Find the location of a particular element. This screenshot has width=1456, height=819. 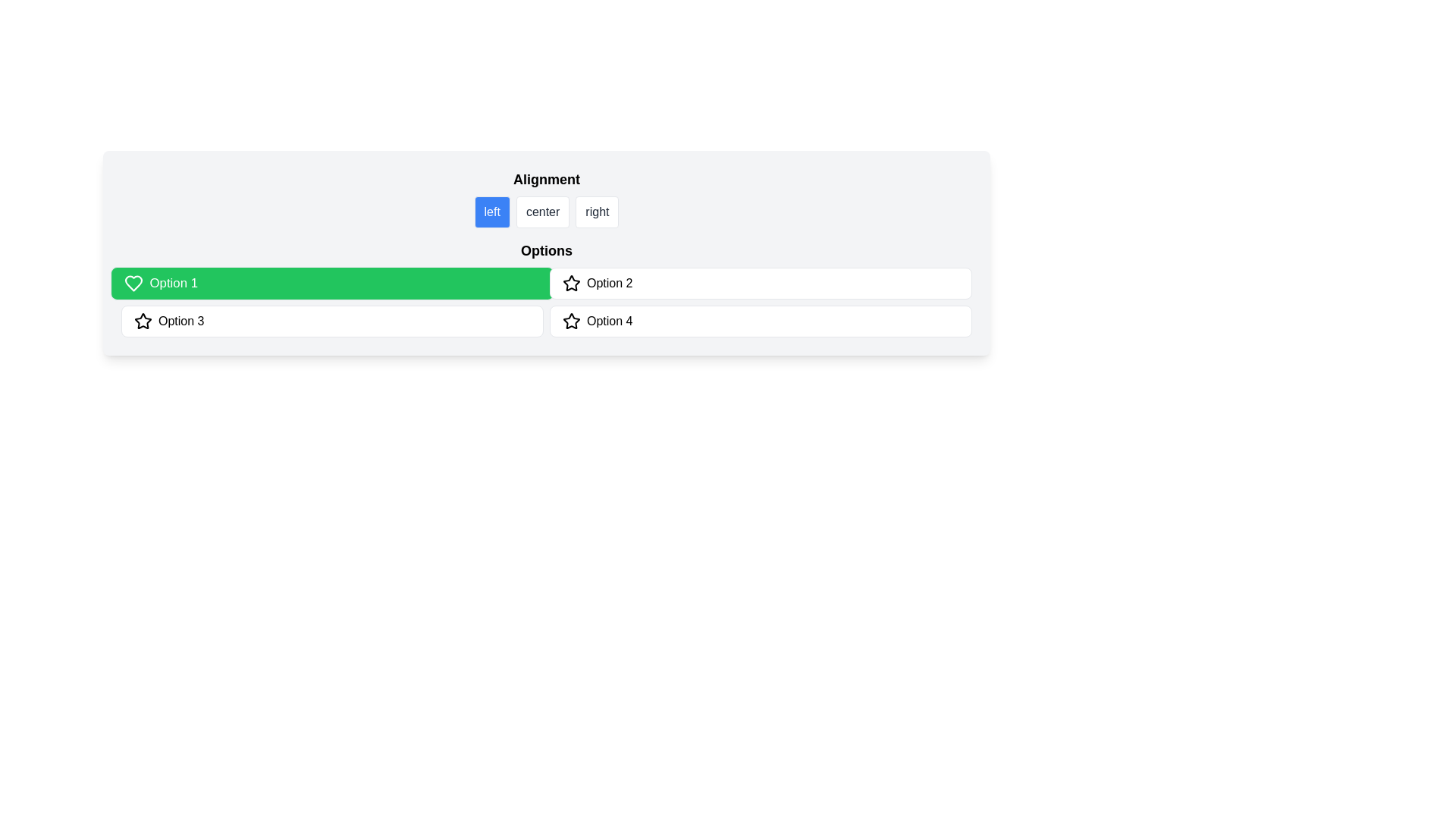

the heart-shaped icon outlined in stroke style, located to the left of the 'Option 1' text label in the green button, to interact with it is located at coordinates (133, 284).